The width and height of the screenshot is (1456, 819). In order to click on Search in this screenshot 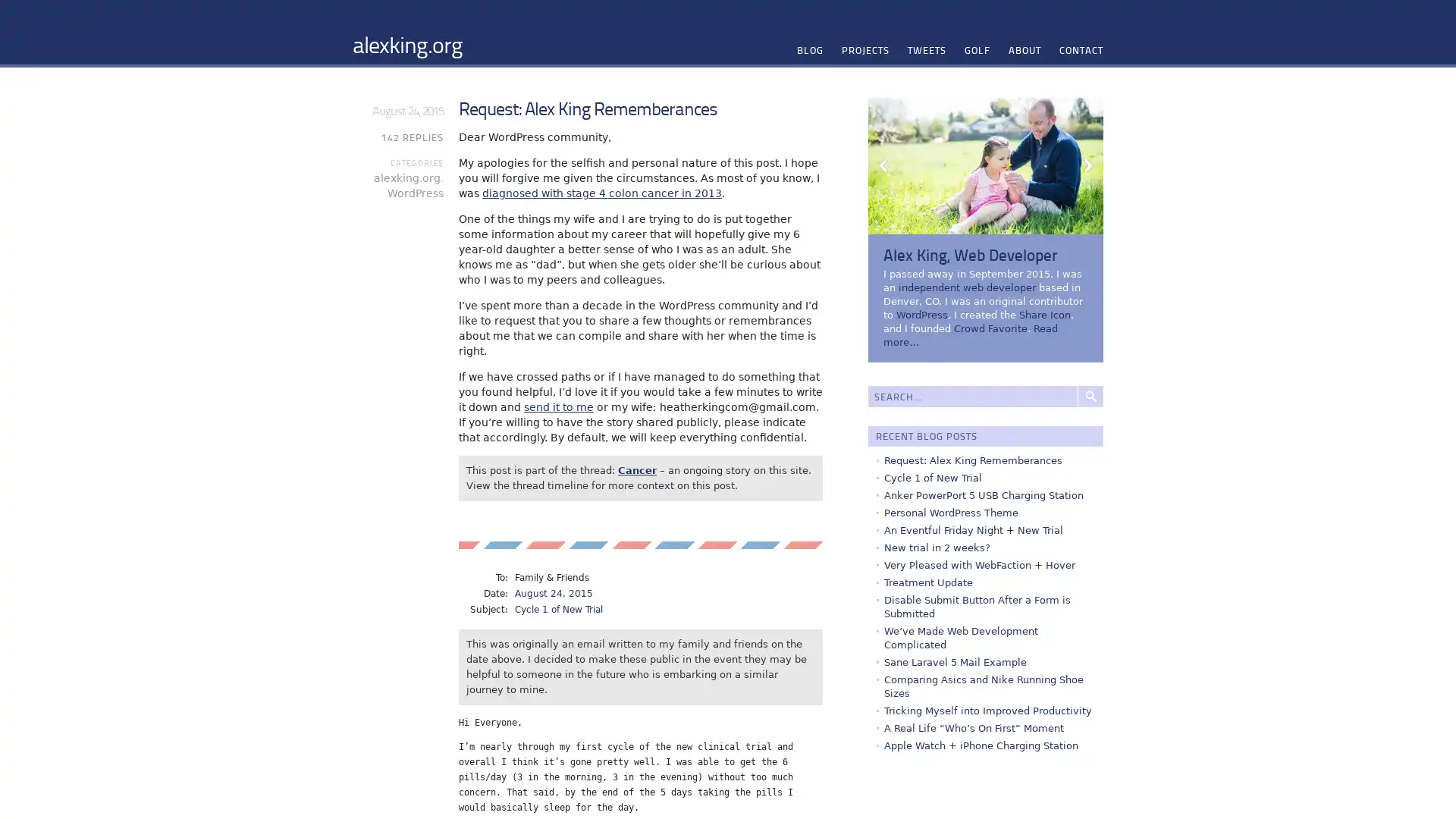, I will do `click(1090, 396)`.